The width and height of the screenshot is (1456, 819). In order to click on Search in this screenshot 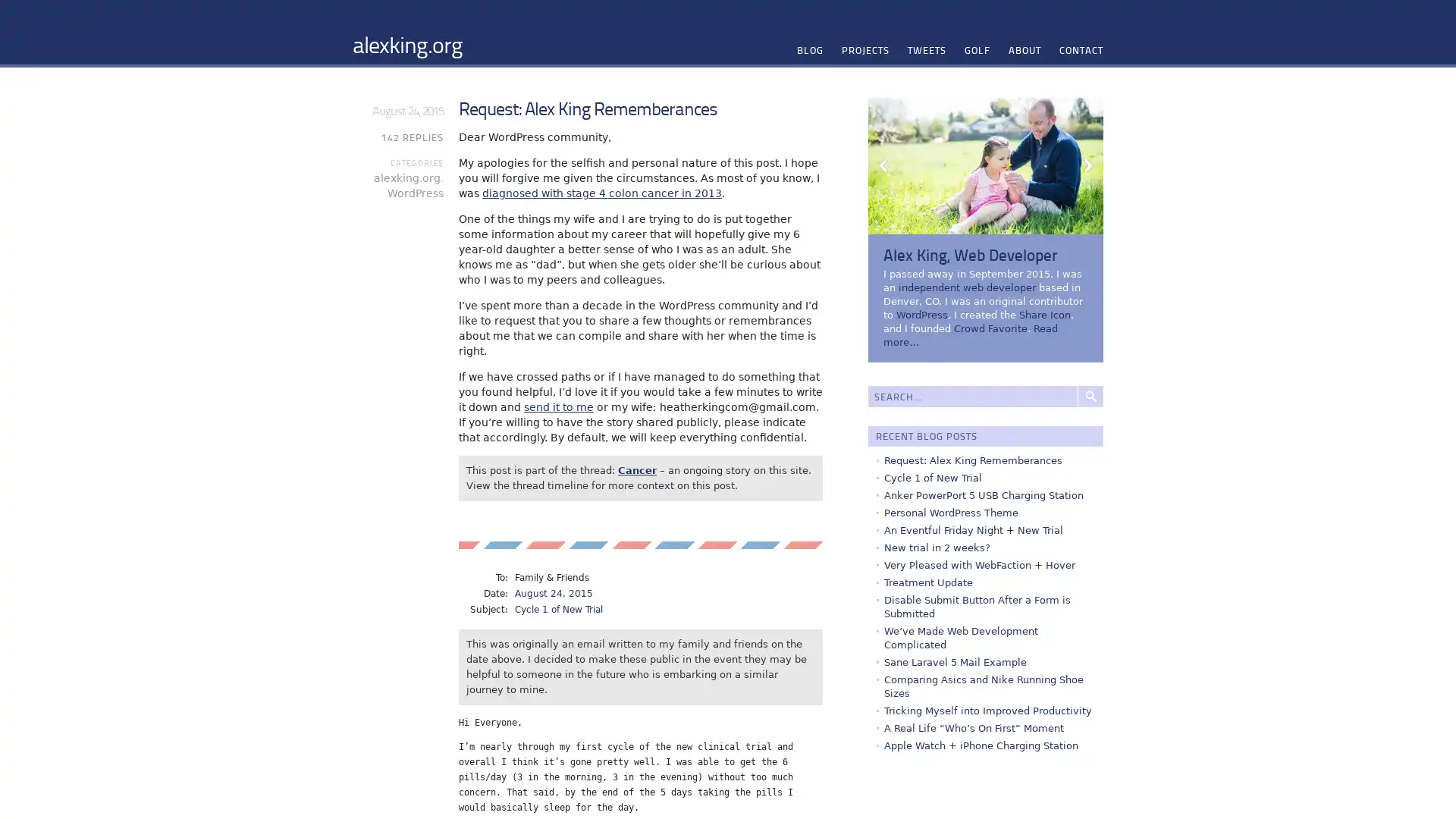, I will do `click(1090, 396)`.